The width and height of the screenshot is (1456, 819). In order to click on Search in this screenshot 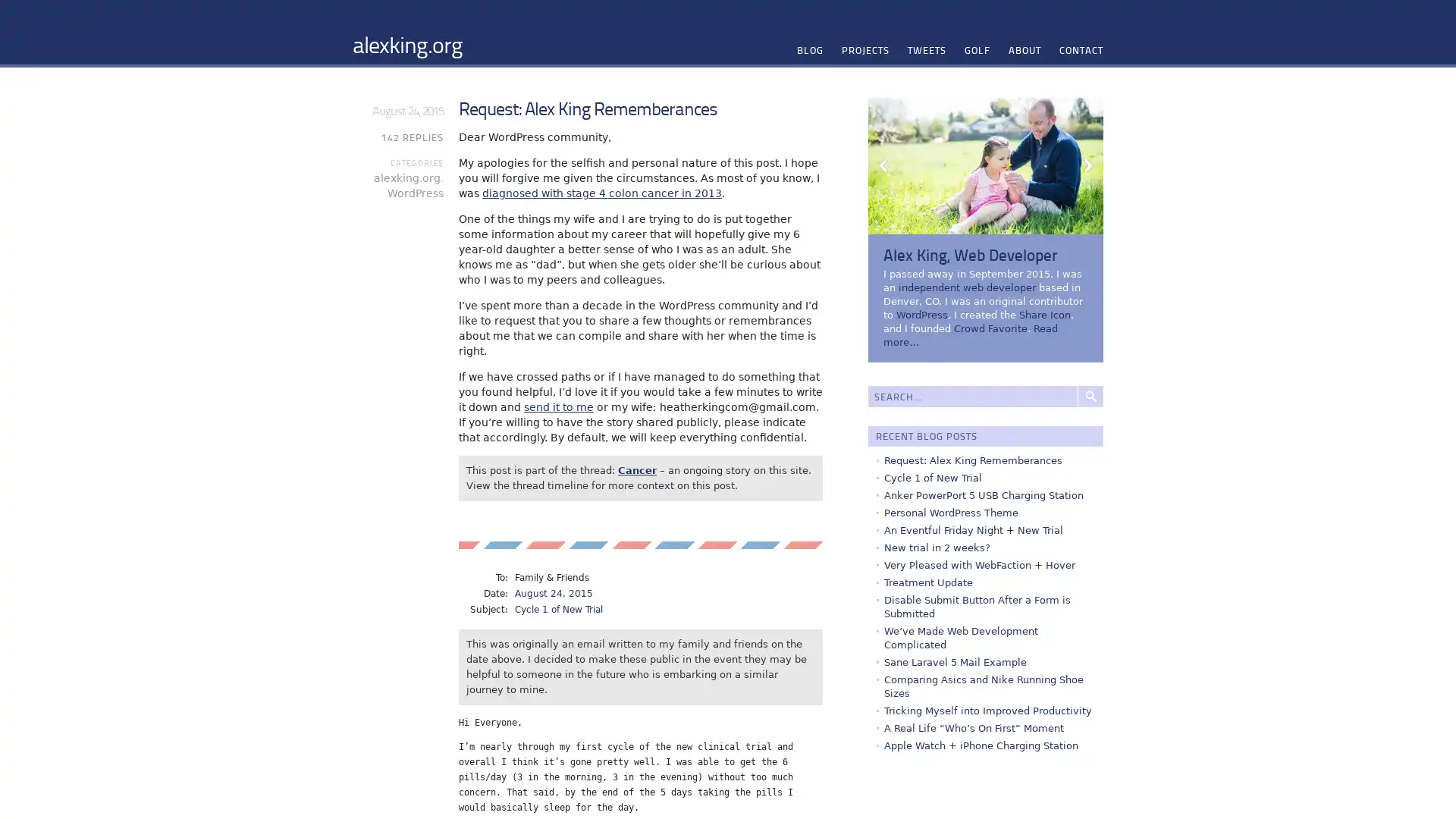, I will do `click(1090, 396)`.